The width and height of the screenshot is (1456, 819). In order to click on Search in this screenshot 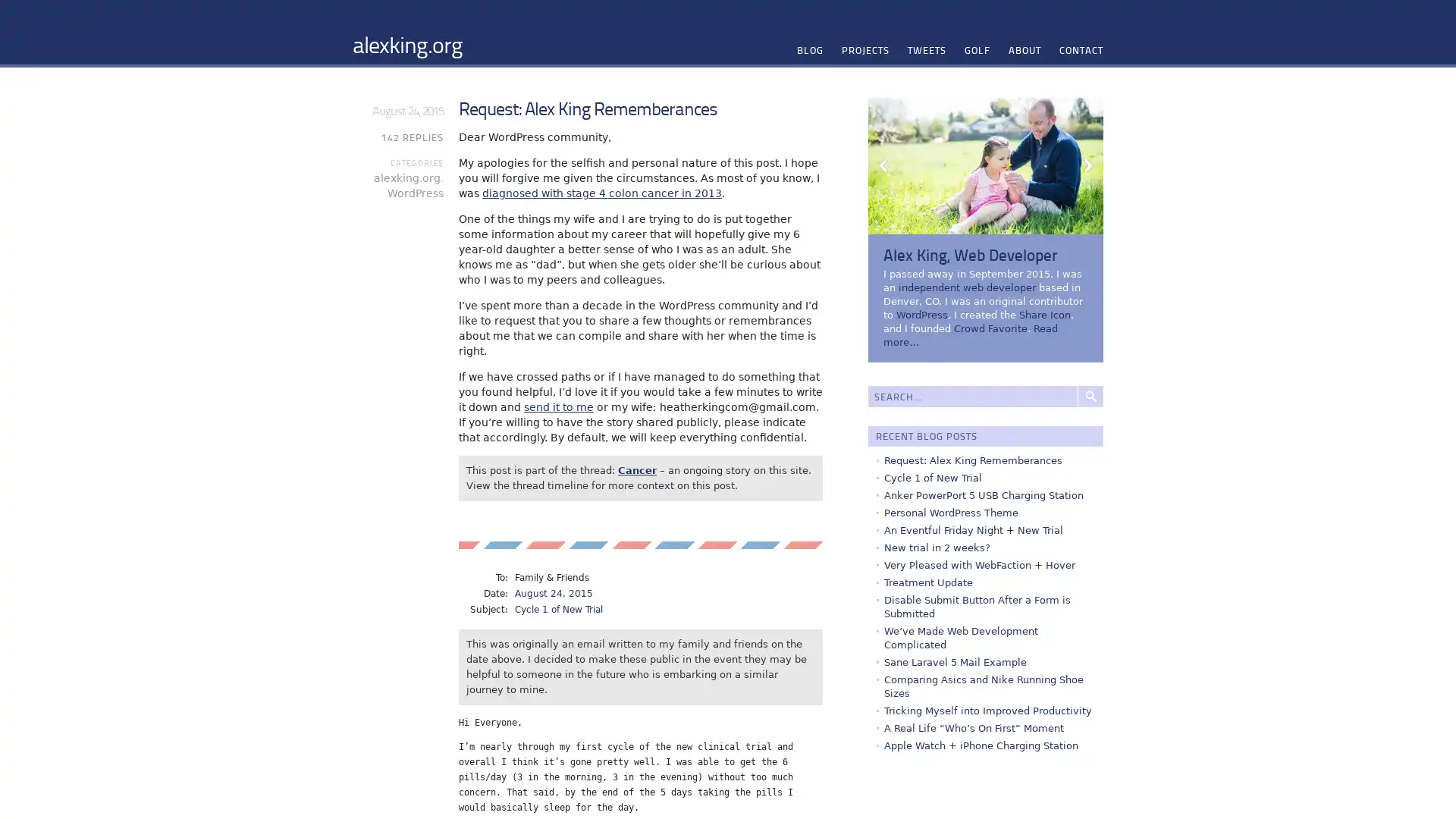, I will do `click(1090, 396)`.